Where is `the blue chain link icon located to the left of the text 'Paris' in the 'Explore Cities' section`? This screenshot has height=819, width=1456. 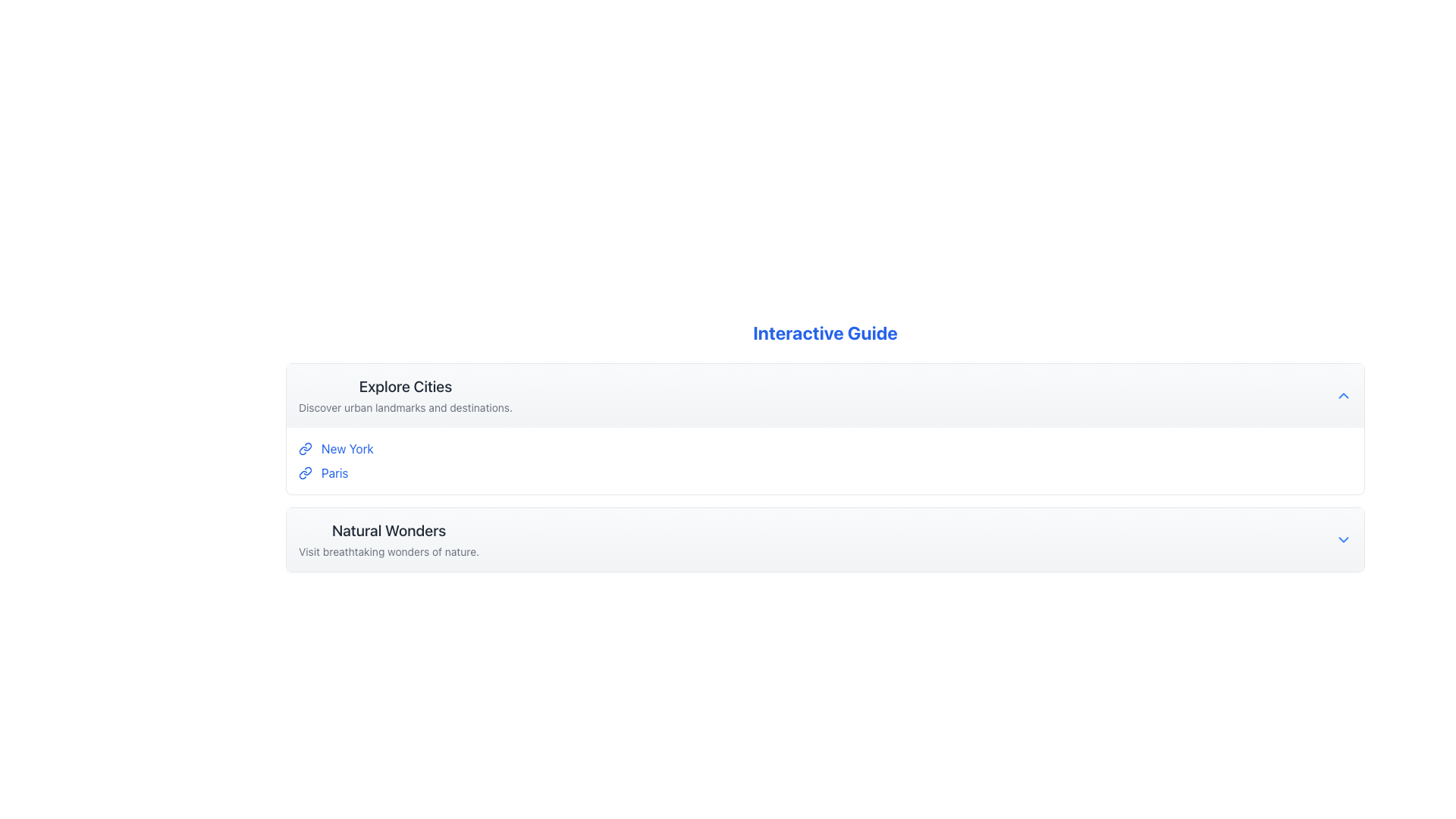
the blue chain link icon located to the left of the text 'Paris' in the 'Explore Cities' section is located at coordinates (305, 472).